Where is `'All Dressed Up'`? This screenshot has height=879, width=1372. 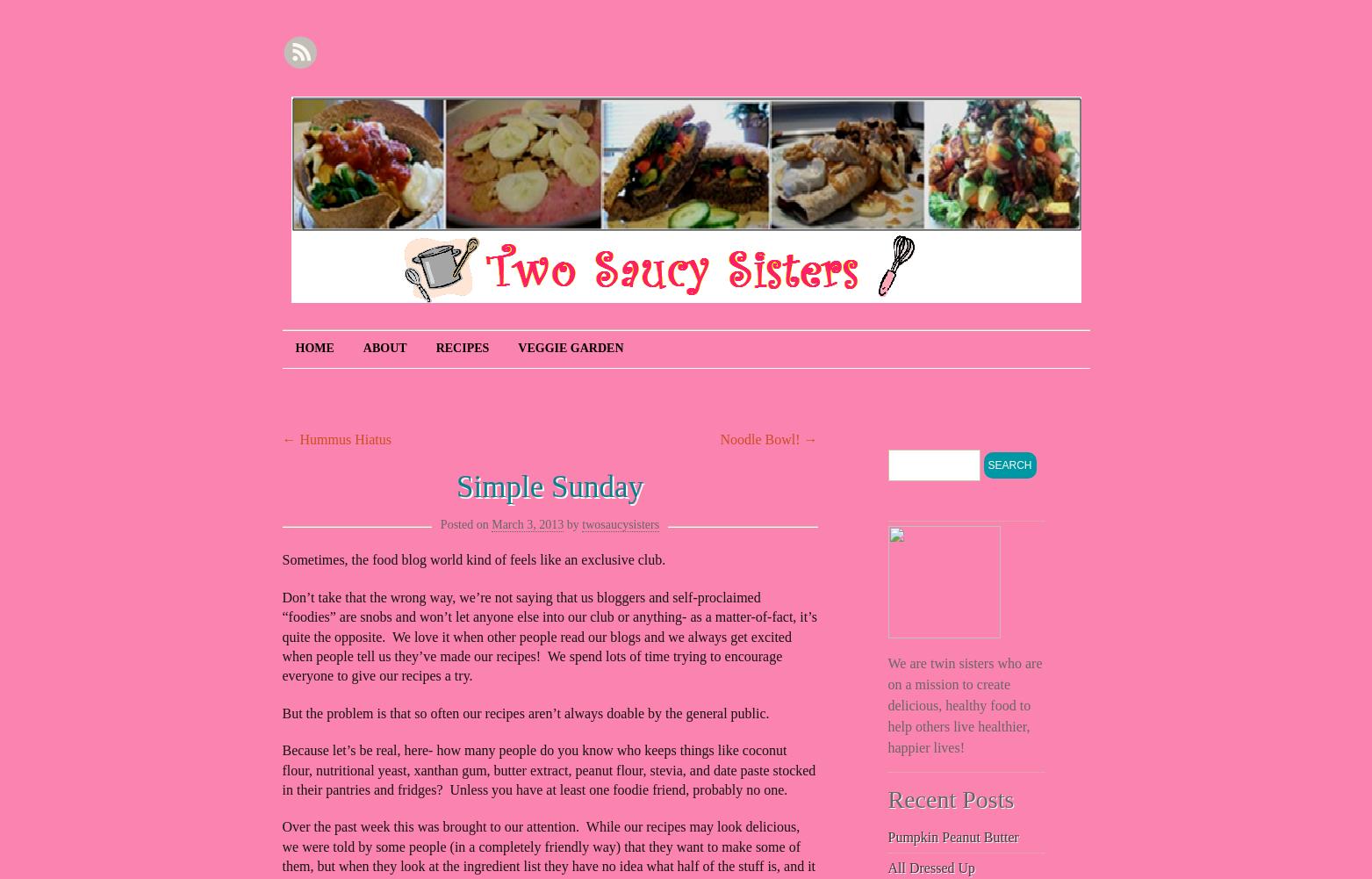
'All Dressed Up' is located at coordinates (930, 867).